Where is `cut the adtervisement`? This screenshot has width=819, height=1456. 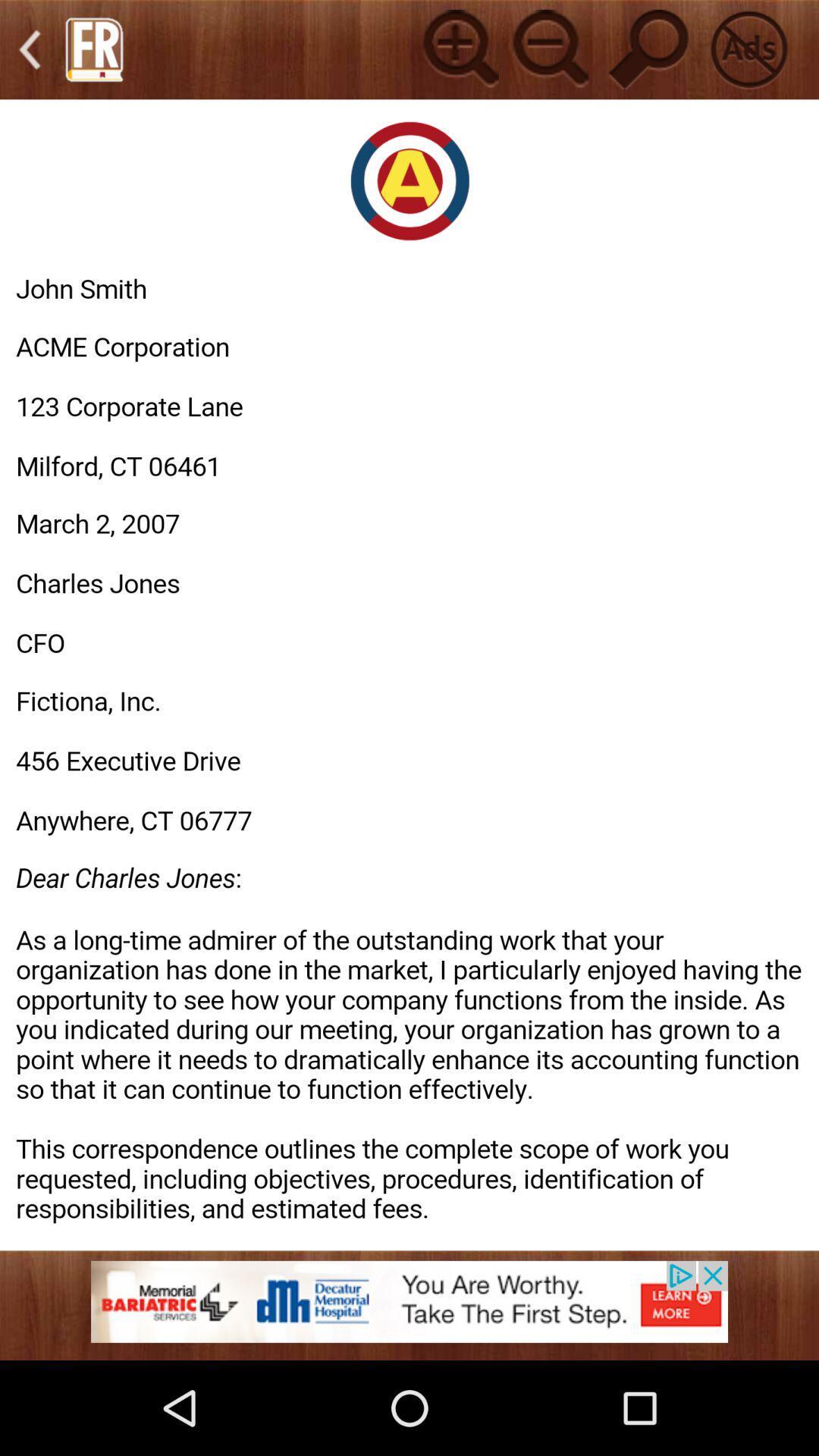 cut the adtervisement is located at coordinates (748, 49).